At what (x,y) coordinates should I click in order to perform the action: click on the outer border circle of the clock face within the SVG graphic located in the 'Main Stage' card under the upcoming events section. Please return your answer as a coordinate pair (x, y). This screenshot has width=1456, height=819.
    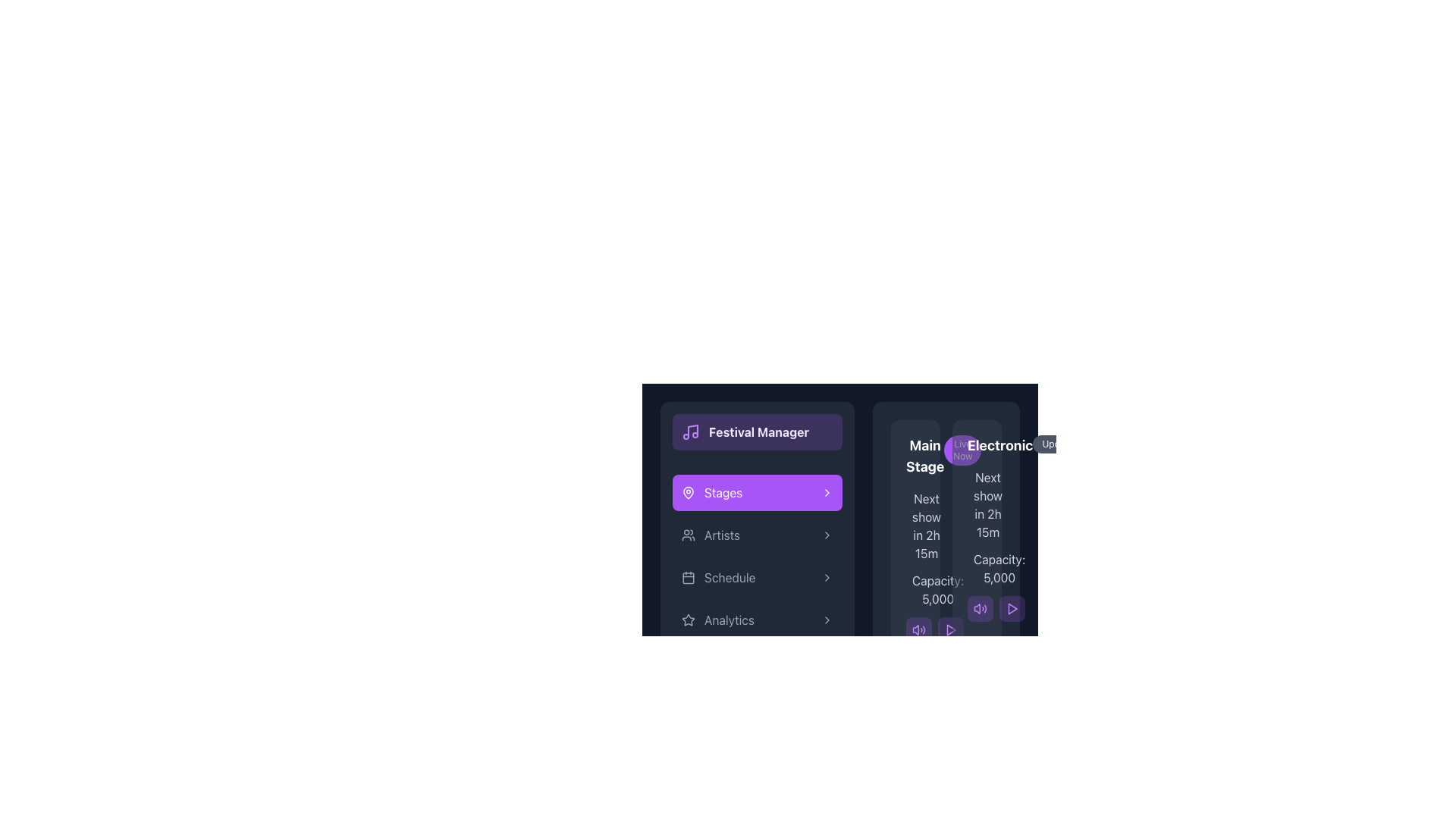
    Looking at the image, I should click on (914, 529).